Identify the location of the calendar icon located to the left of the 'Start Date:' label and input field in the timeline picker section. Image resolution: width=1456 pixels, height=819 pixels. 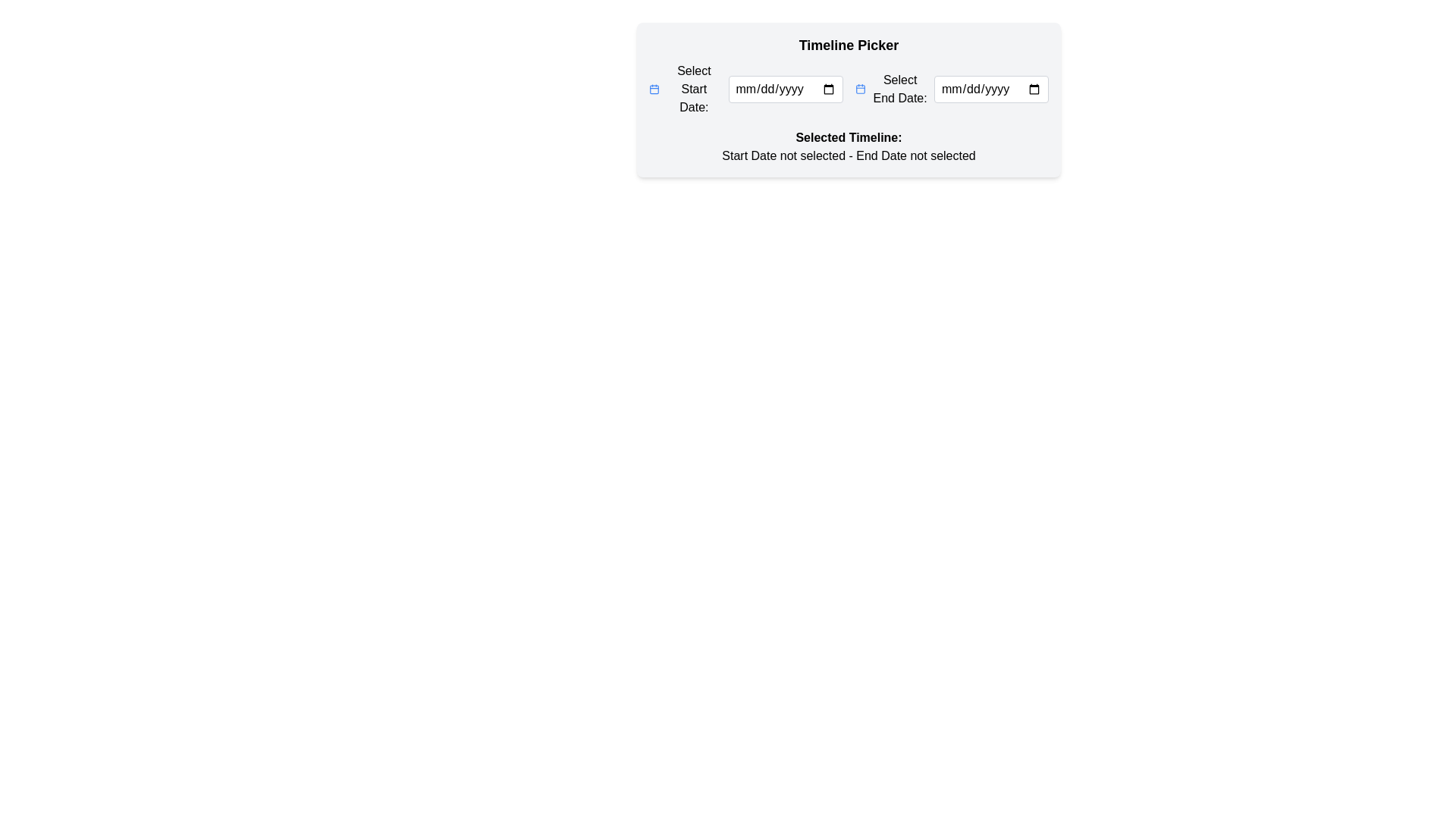
(654, 89).